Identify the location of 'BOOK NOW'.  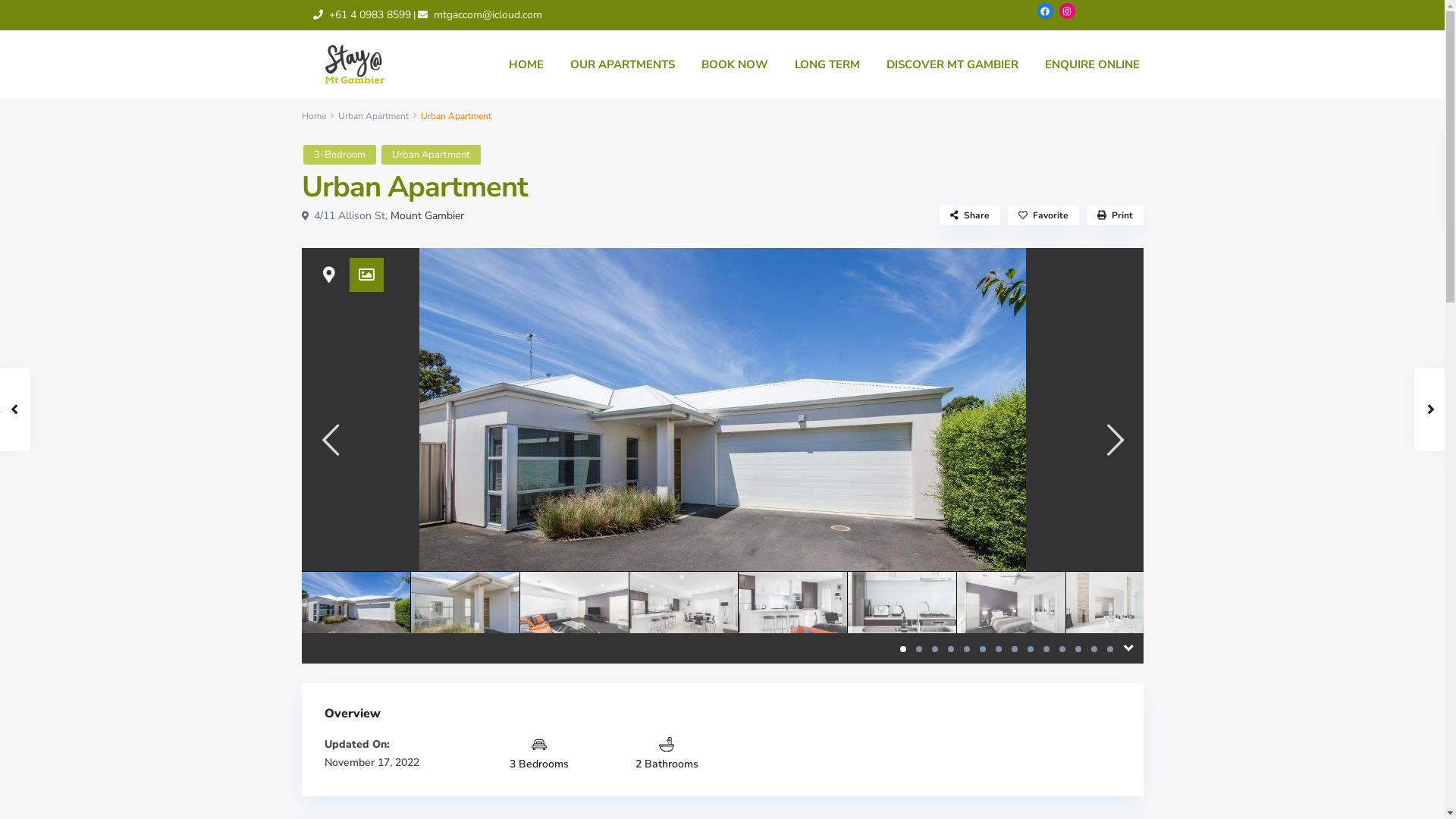
(735, 63).